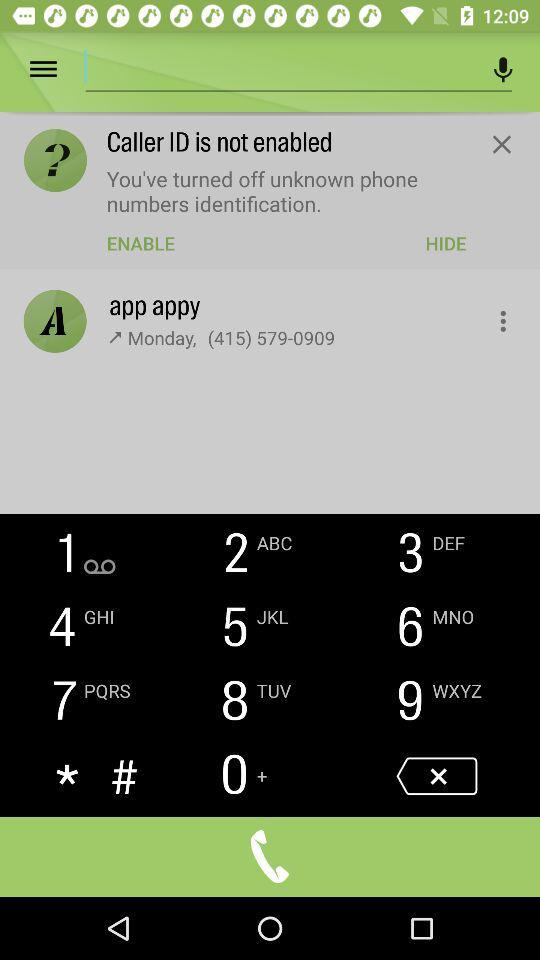 The width and height of the screenshot is (540, 960). I want to click on the microphone icon, so click(502, 69).